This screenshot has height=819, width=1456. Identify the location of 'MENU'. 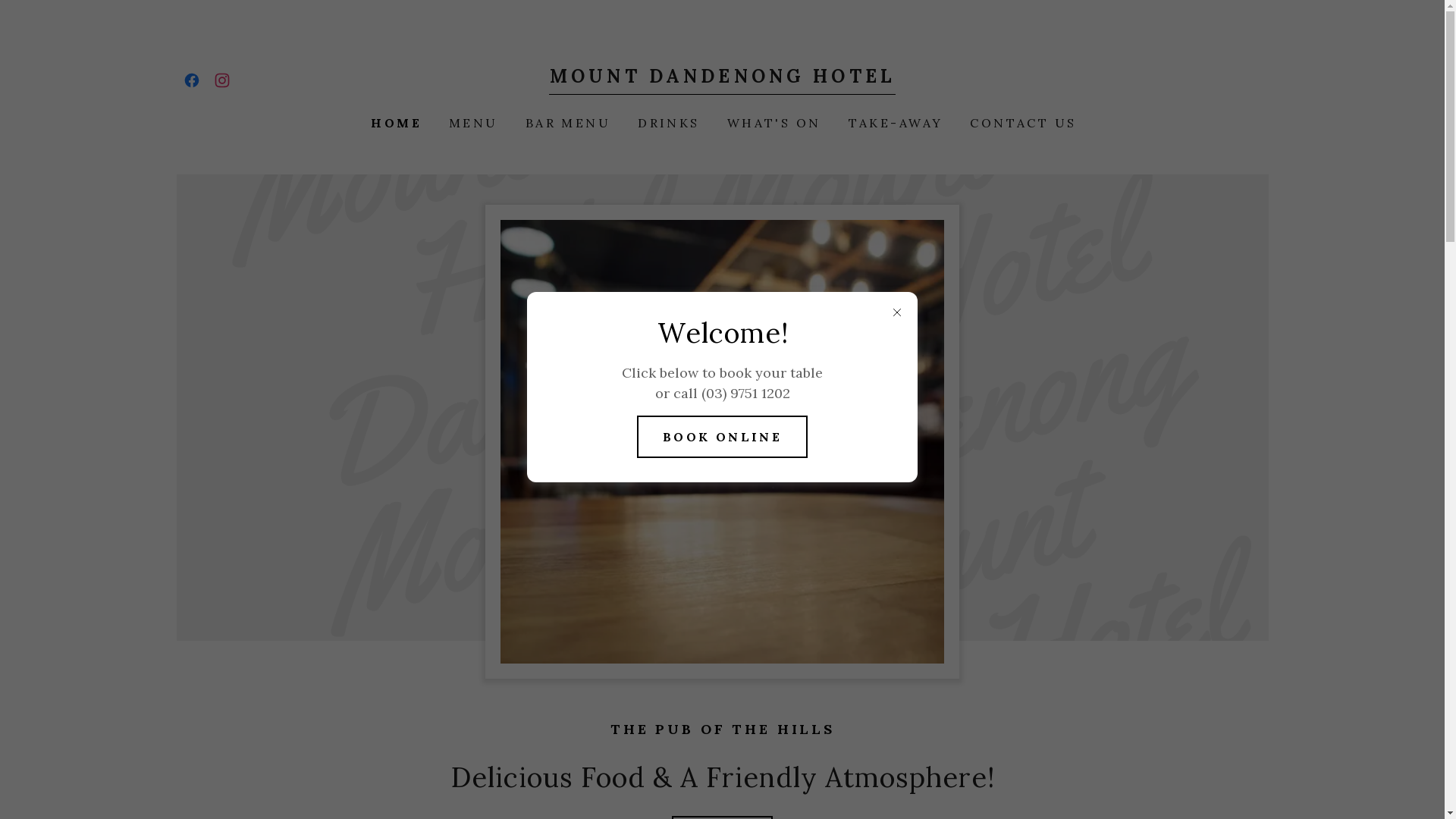
(440, 122).